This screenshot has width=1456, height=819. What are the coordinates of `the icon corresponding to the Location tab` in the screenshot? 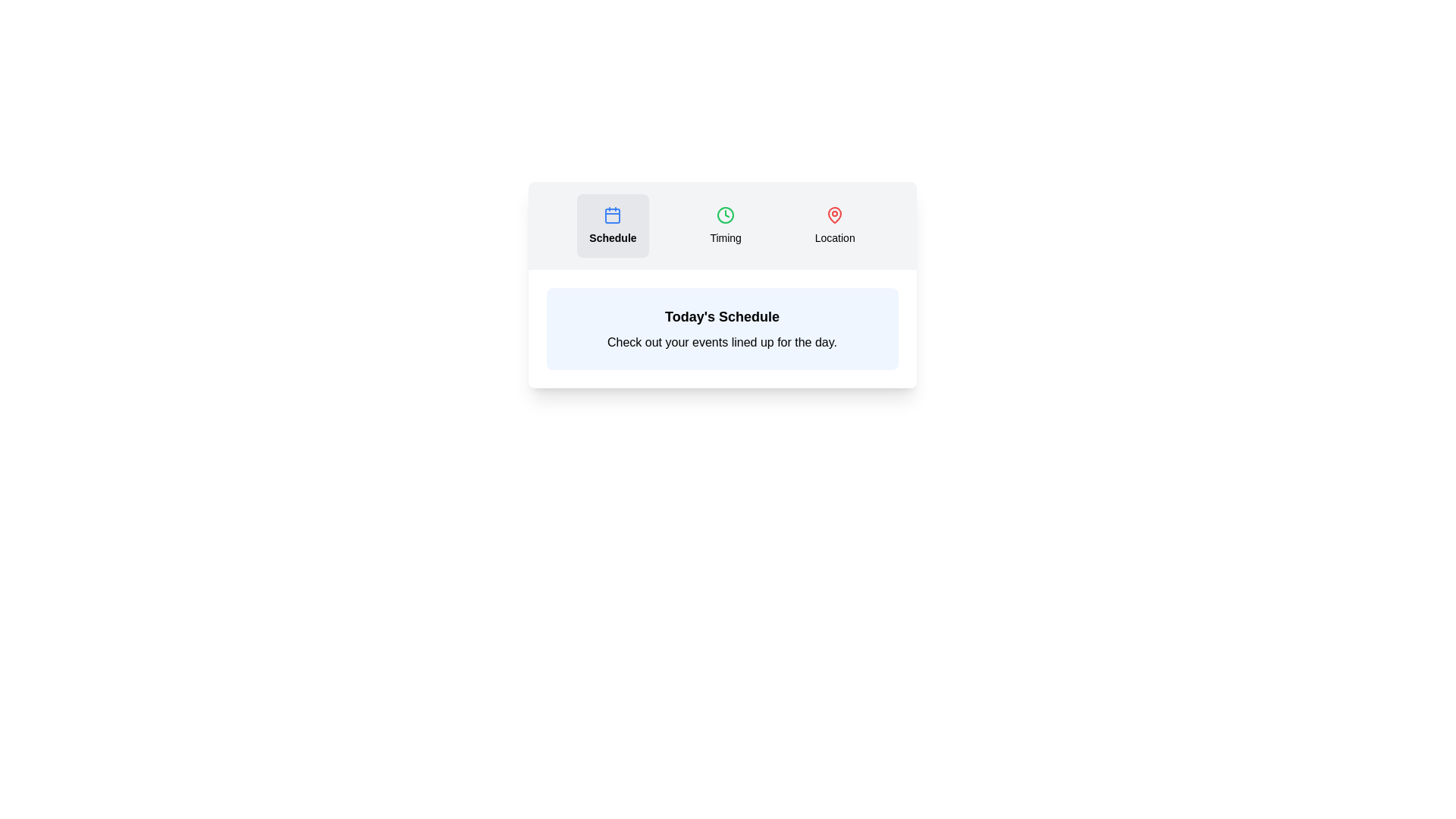 It's located at (833, 215).